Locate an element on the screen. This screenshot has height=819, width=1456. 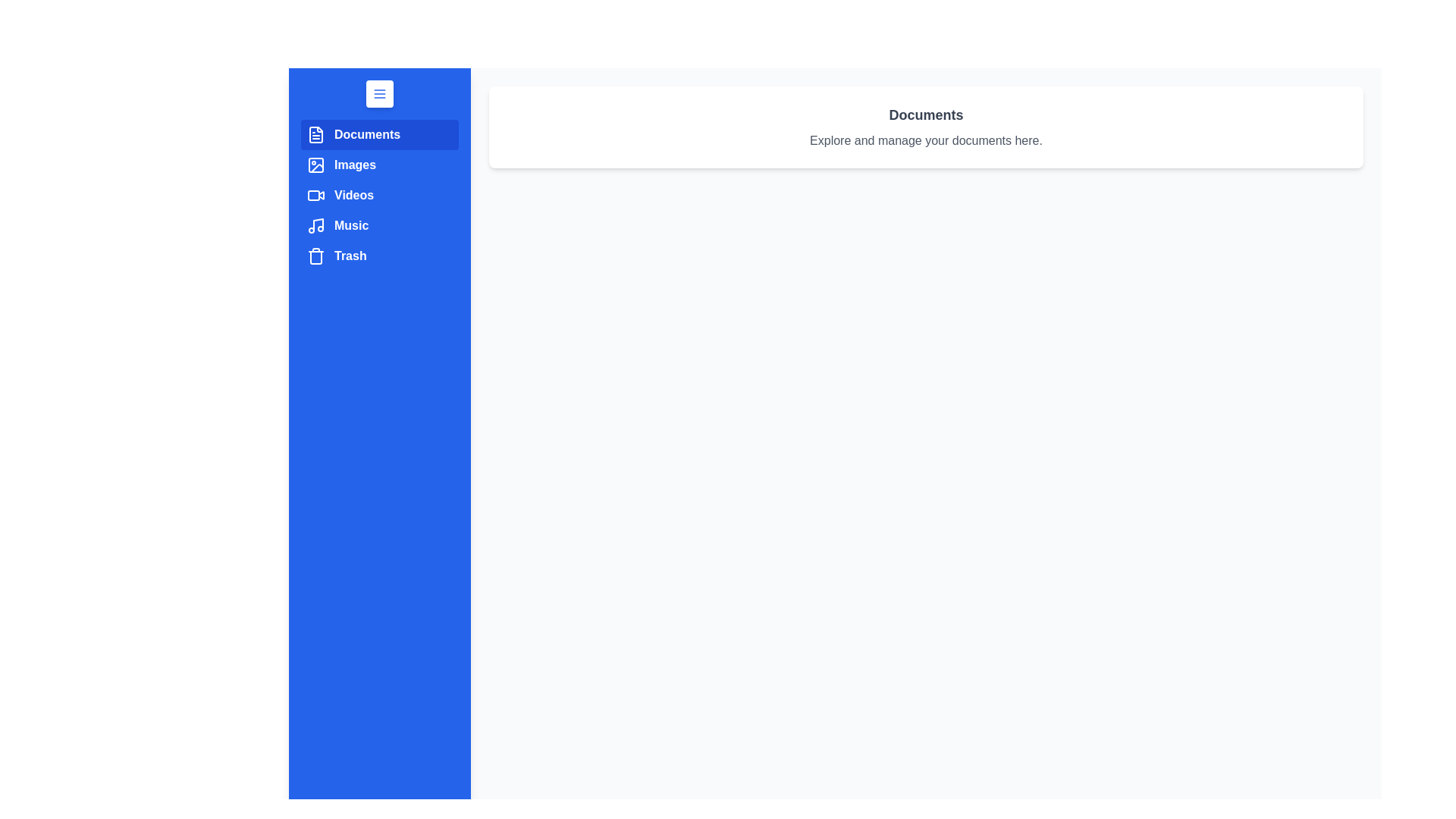
the category Music from the sidebar is located at coordinates (379, 225).